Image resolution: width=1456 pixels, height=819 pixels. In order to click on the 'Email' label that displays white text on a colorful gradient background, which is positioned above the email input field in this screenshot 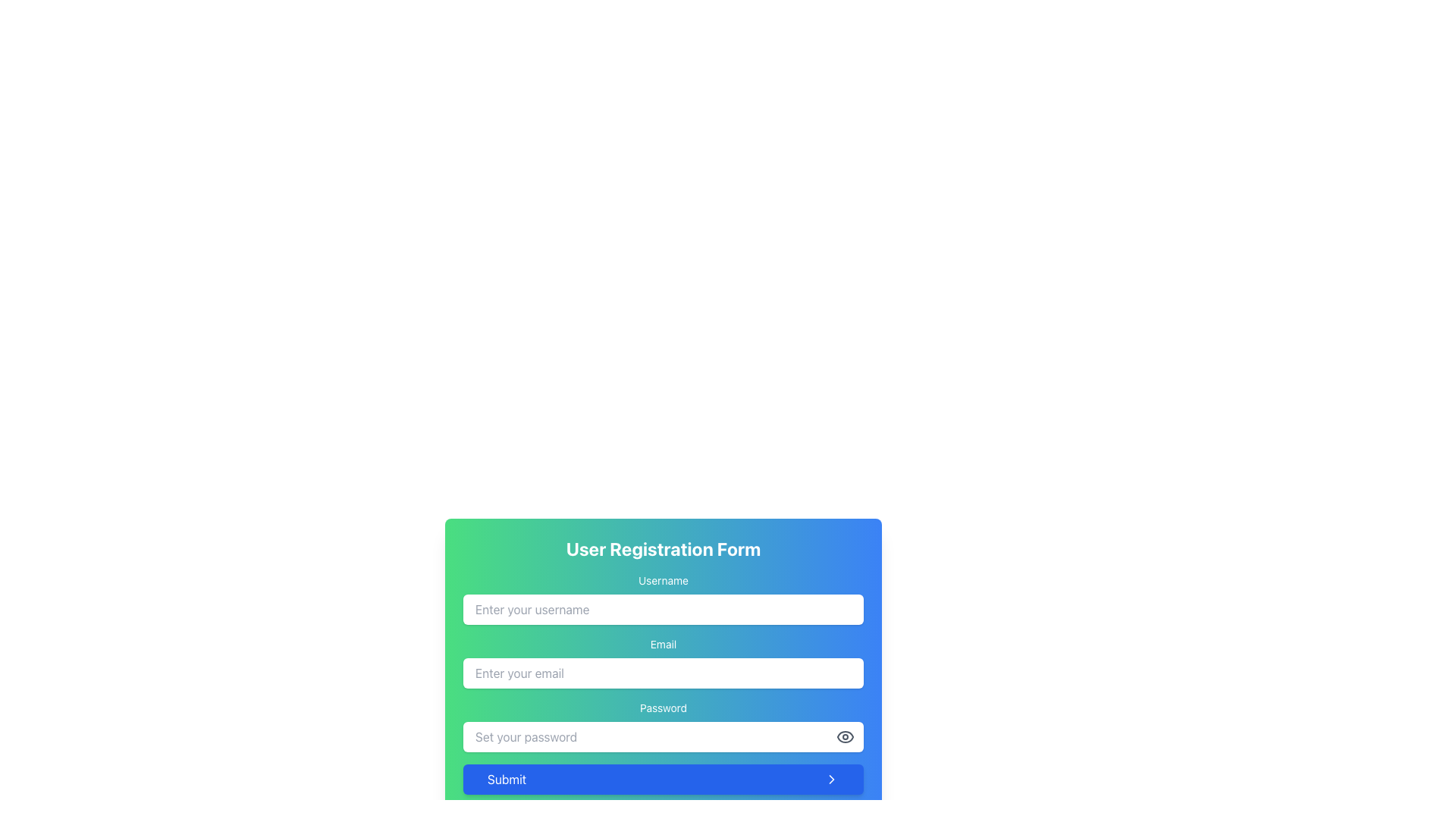, I will do `click(663, 644)`.